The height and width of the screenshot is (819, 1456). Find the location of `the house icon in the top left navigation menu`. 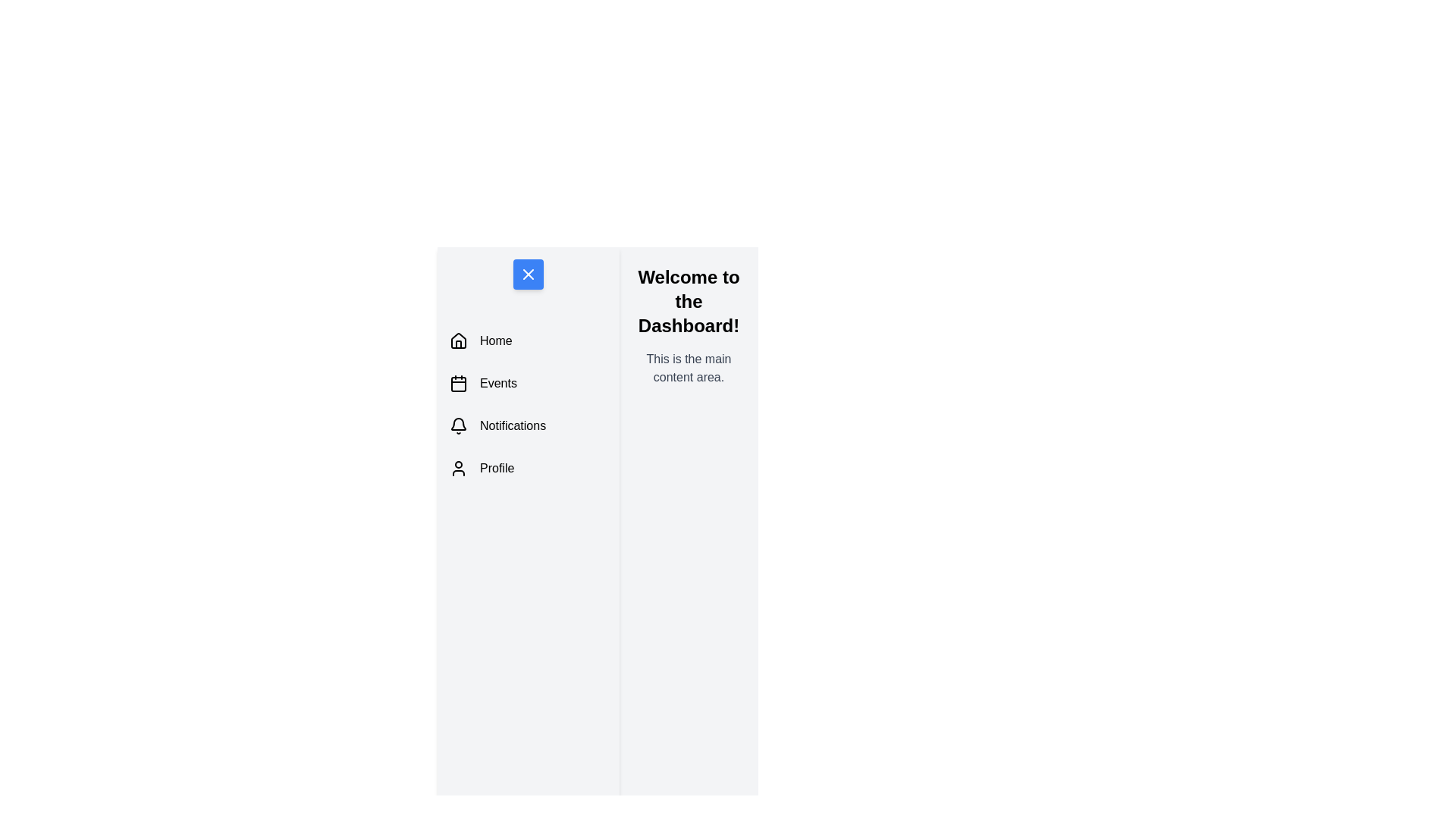

the house icon in the top left navigation menu is located at coordinates (457, 339).